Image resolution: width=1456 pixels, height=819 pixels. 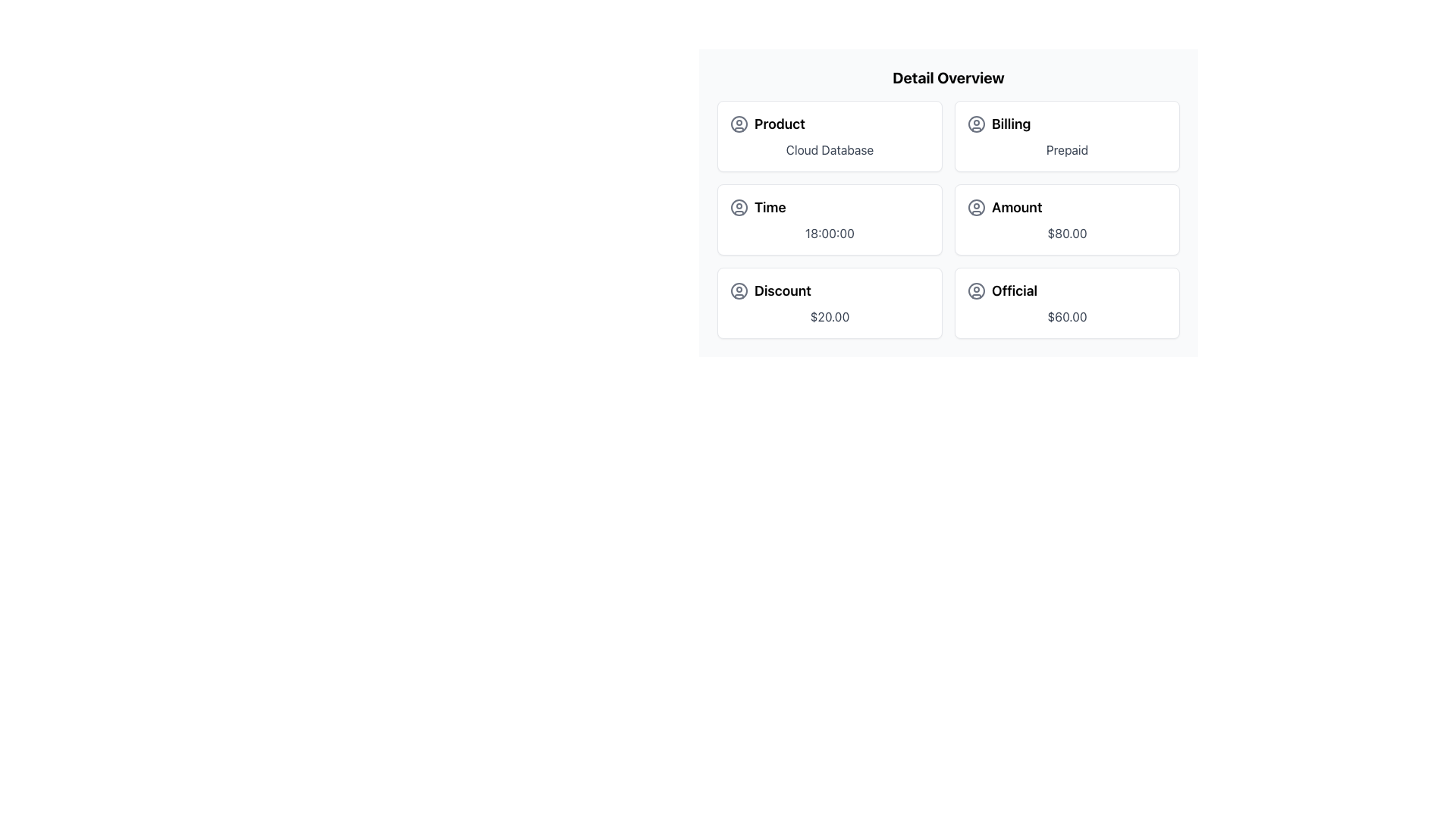 I want to click on the circular user silhouette icon with a gray outline located next to the 'Official' label in the 'Detail Overview' section, so click(x=976, y=291).